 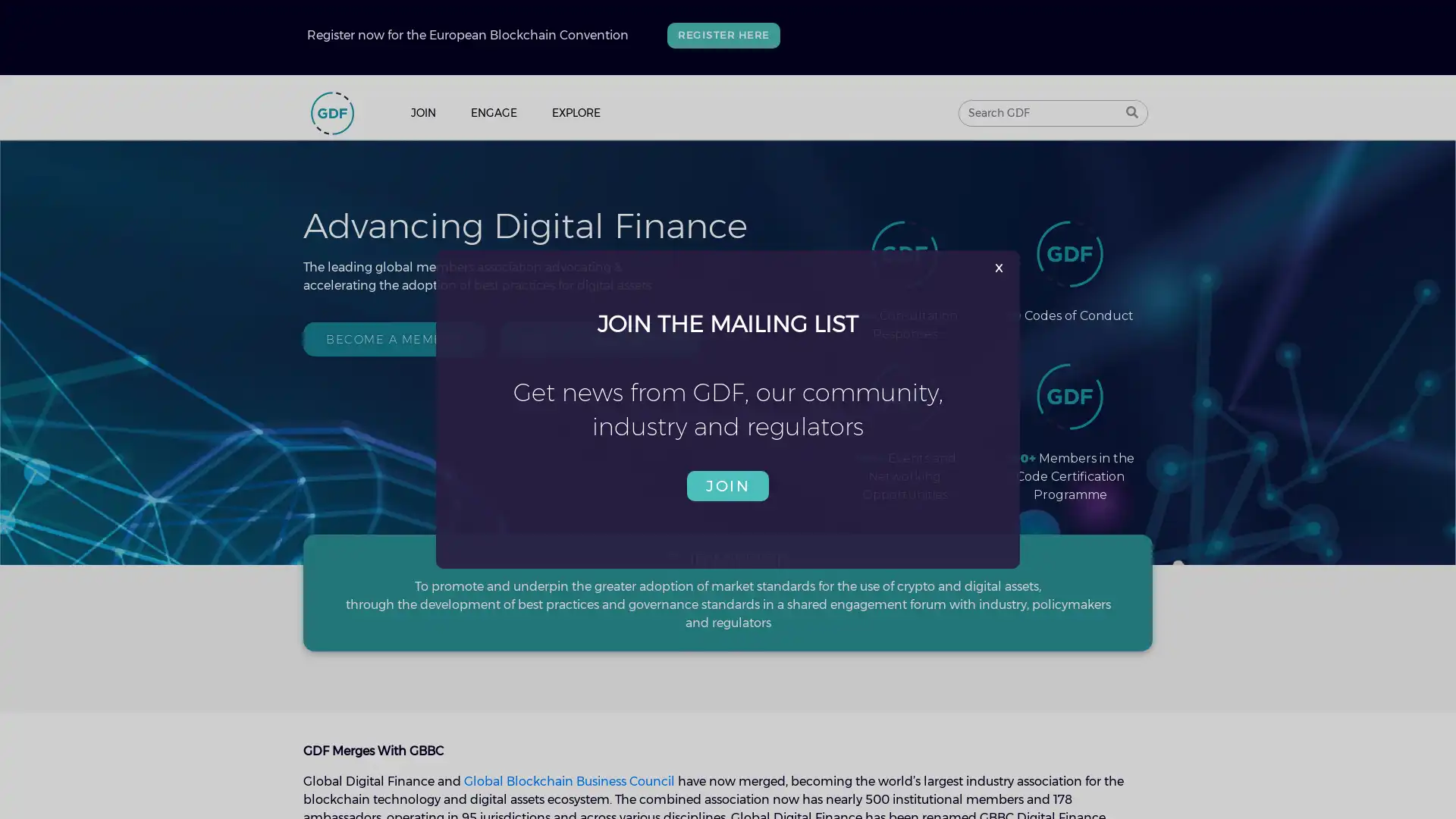 What do you see at coordinates (598, 337) in the screenshot?
I see `JOIN OUR MAILING LIST` at bounding box center [598, 337].